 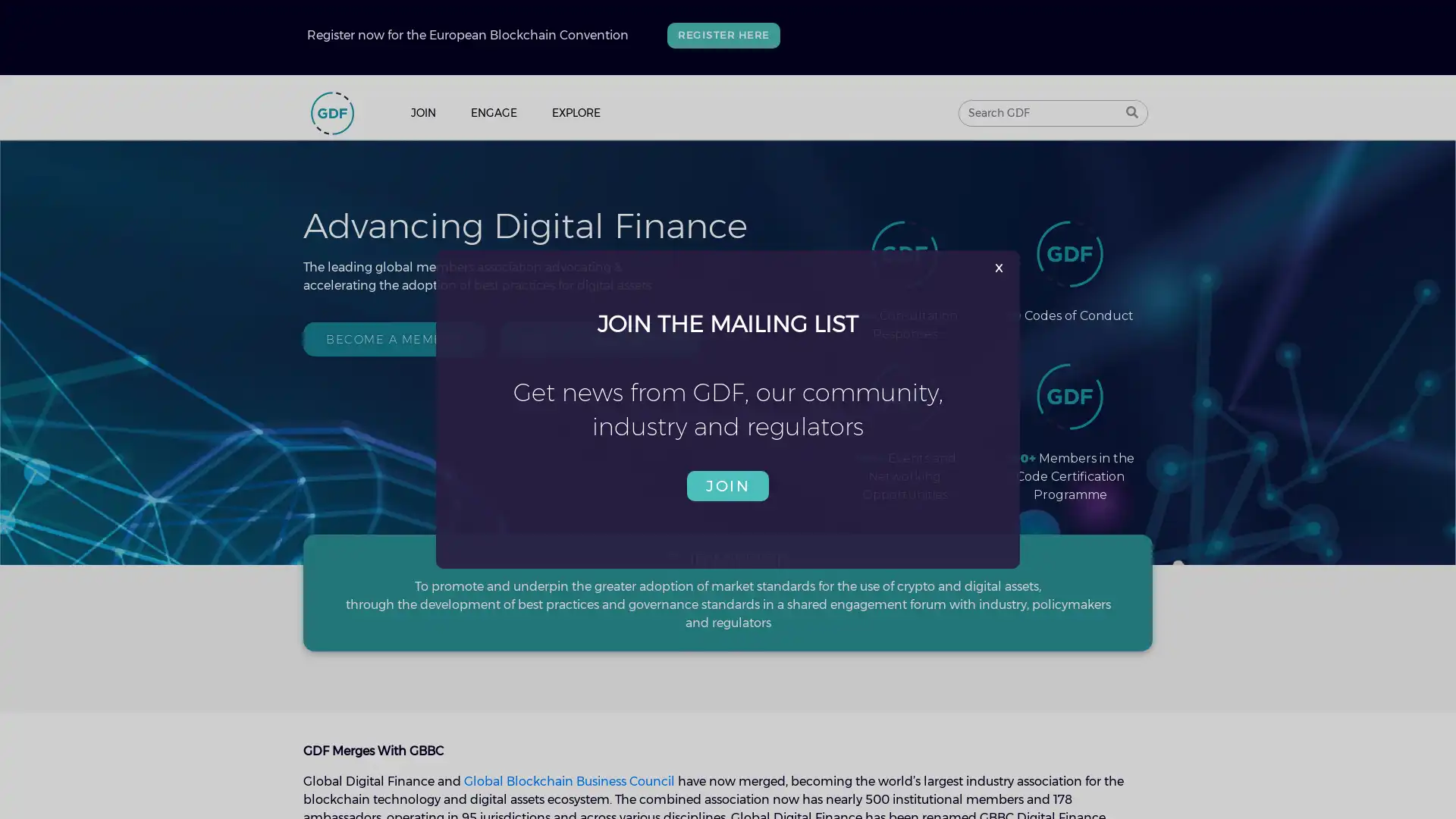 What do you see at coordinates (598, 337) in the screenshot?
I see `JOIN OUR MAILING LIST` at bounding box center [598, 337].